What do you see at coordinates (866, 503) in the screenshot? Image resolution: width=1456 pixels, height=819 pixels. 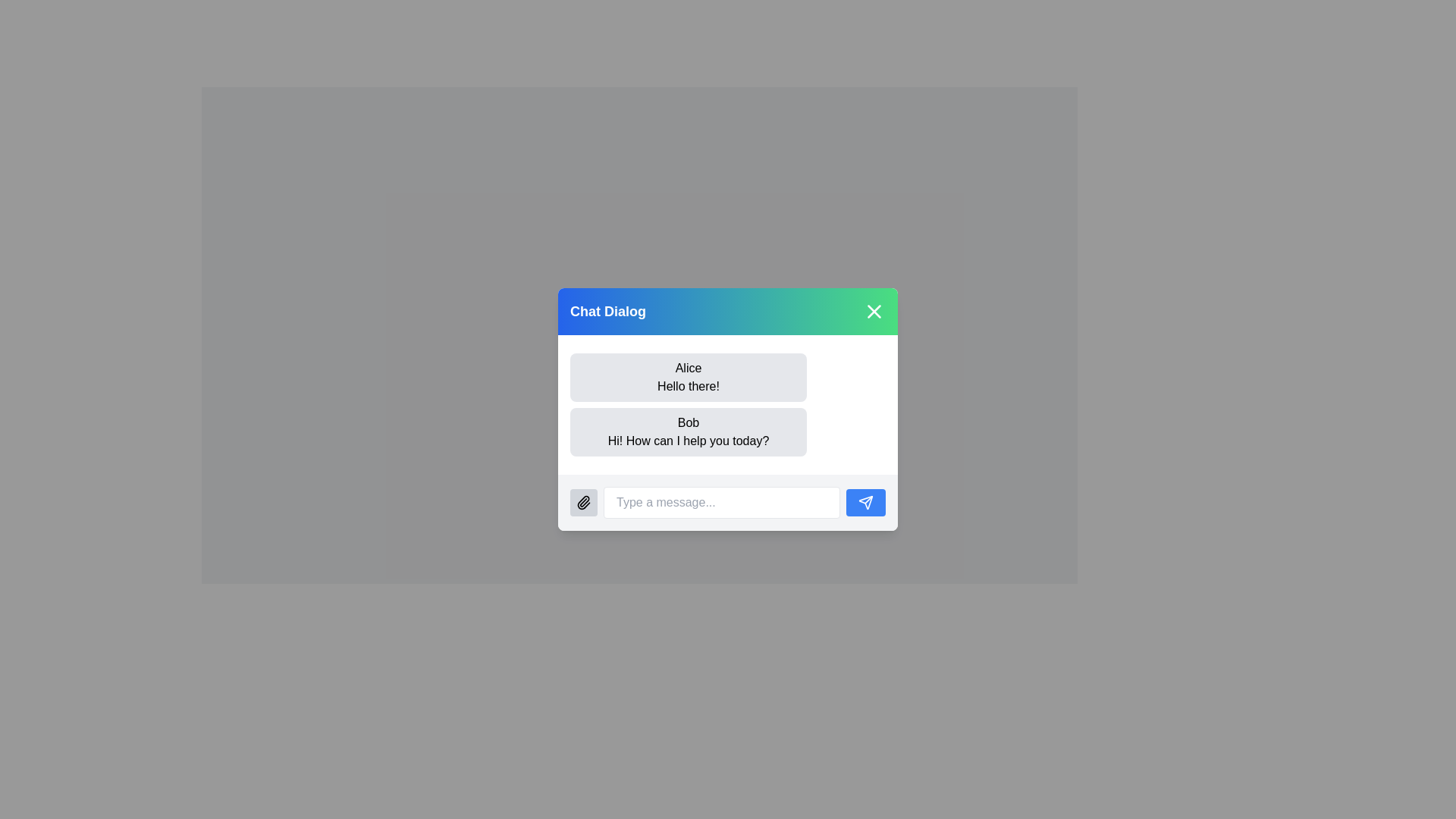 I see `the button located at the bottom-right of the dialog box` at bounding box center [866, 503].